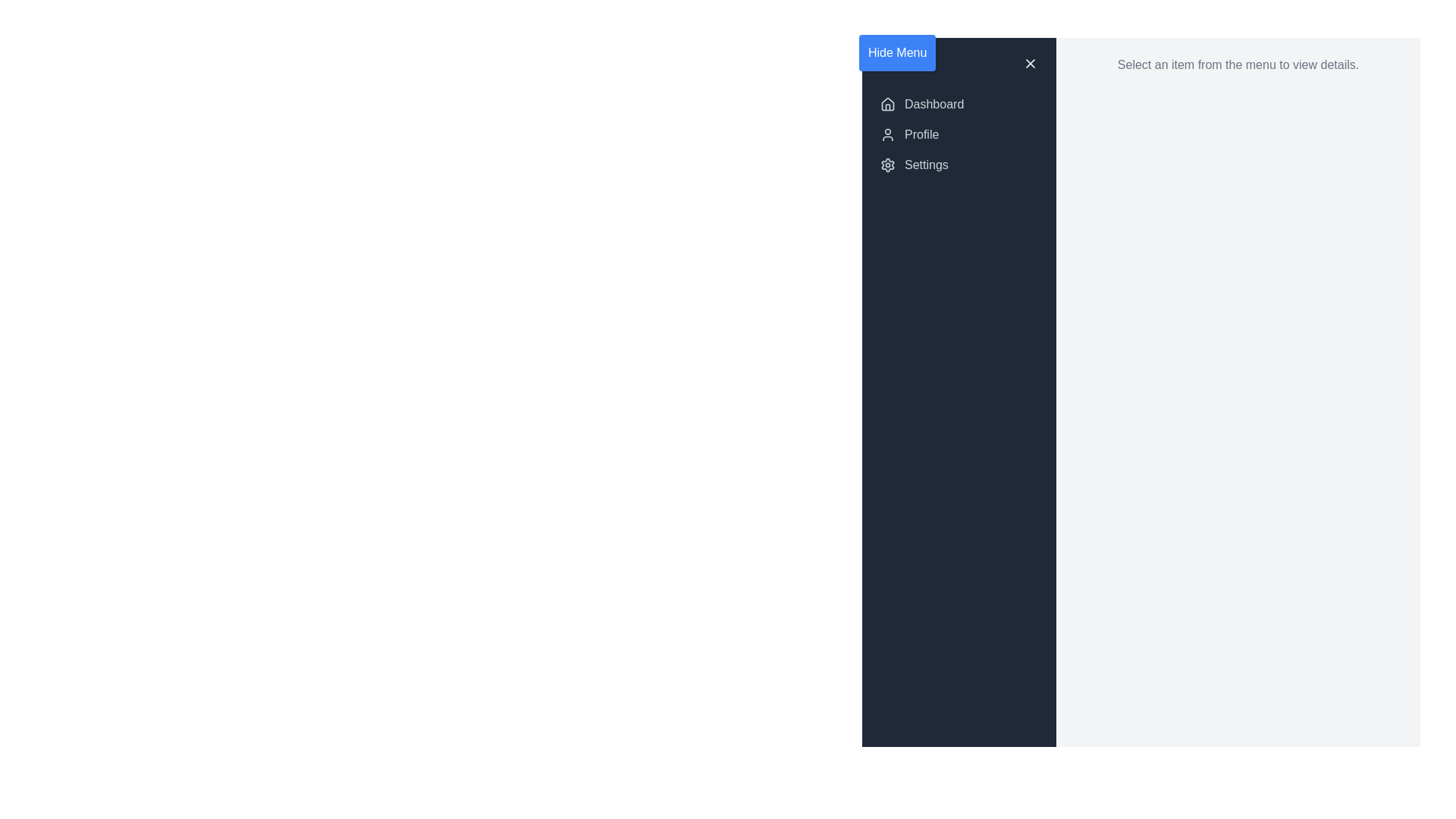 The image size is (1456, 819). I want to click on the 'Dashboard' menu item associated with the house icon in the navigation menu on the left-hand side of the interface, so click(888, 104).